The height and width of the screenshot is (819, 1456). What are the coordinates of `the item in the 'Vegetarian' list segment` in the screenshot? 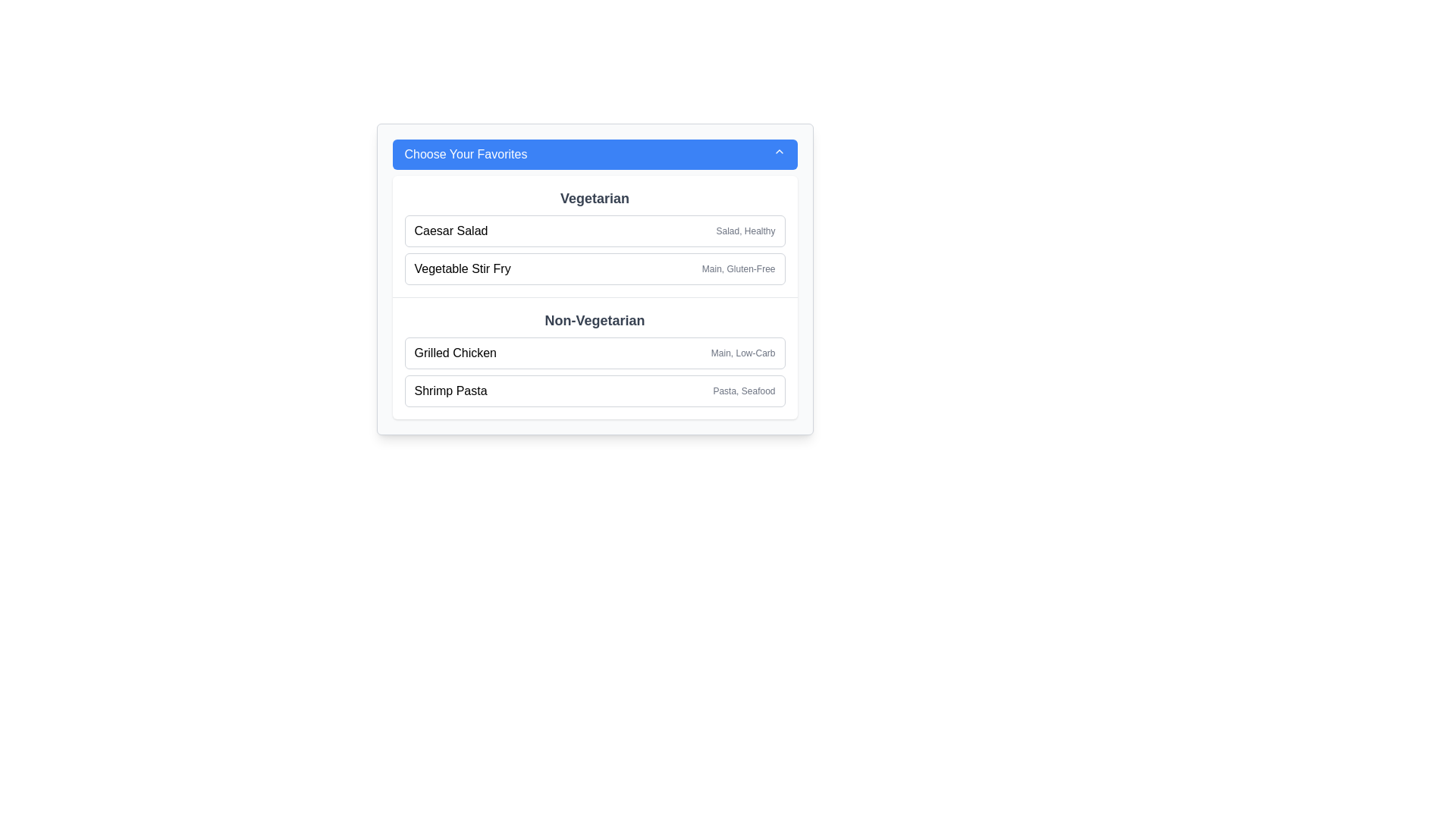 It's located at (594, 249).